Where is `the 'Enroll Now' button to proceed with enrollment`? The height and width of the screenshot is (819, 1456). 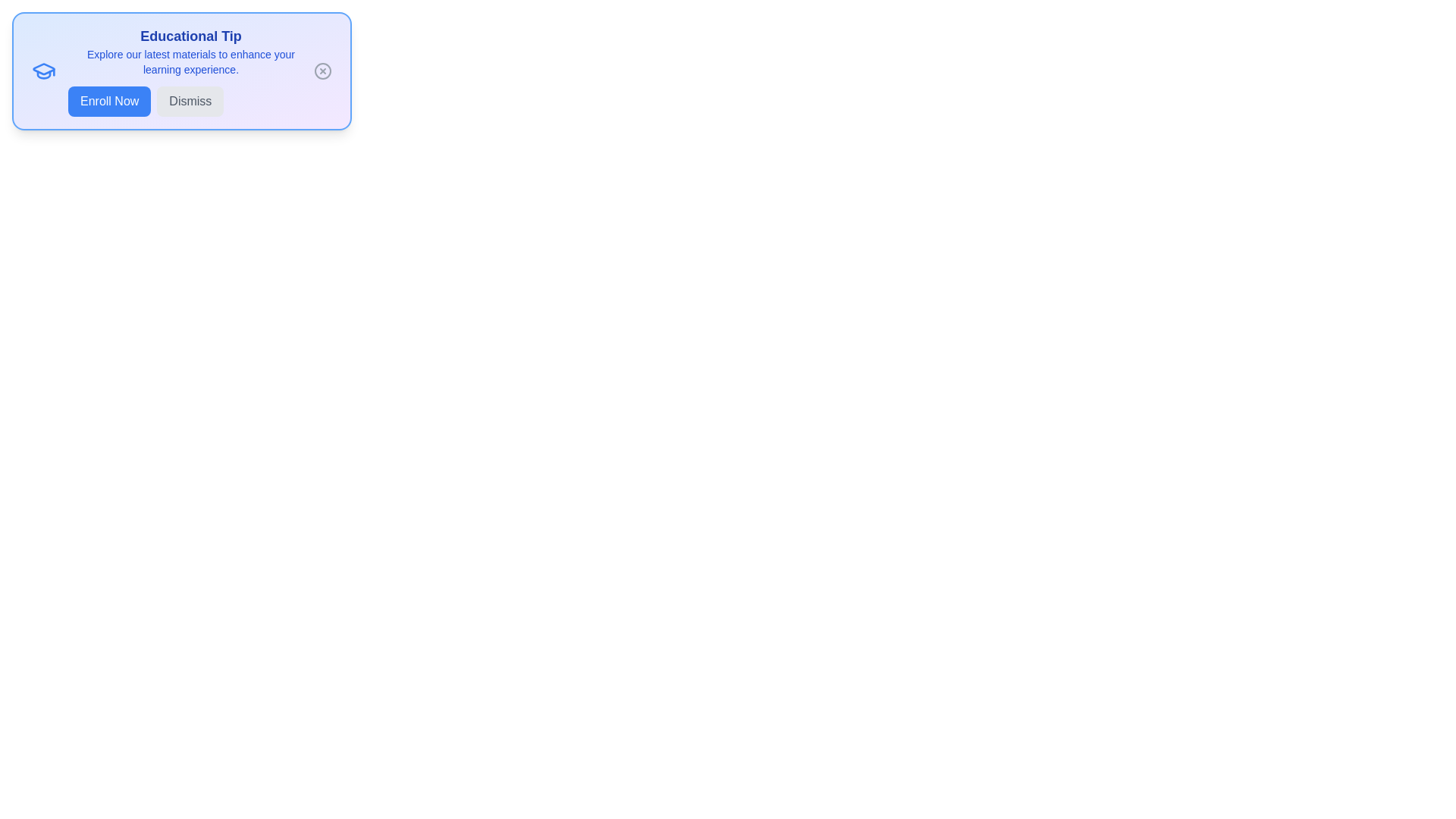 the 'Enroll Now' button to proceed with enrollment is located at coordinates (108, 102).